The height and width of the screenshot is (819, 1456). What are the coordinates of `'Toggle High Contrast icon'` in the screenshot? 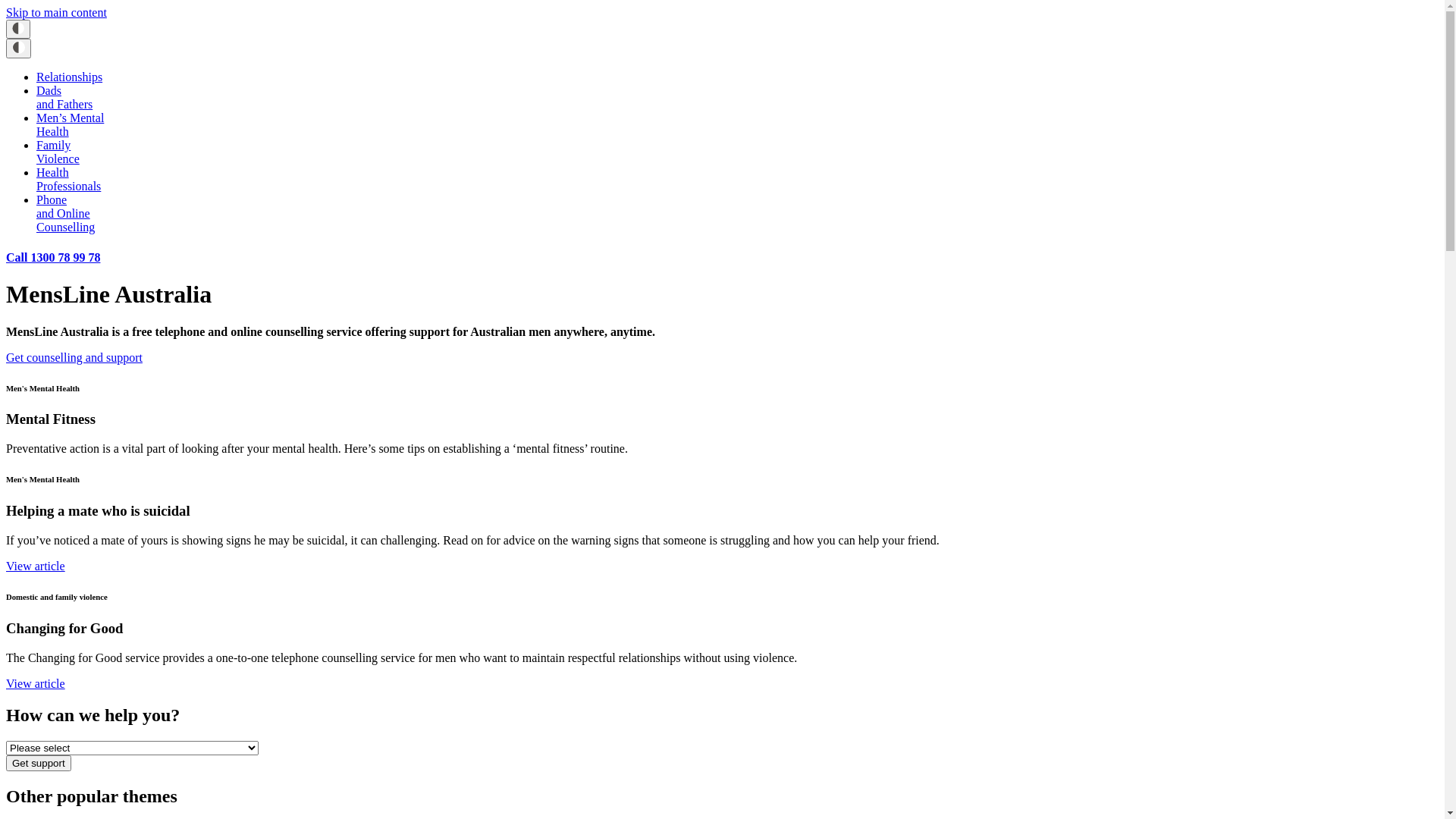 It's located at (18, 48).